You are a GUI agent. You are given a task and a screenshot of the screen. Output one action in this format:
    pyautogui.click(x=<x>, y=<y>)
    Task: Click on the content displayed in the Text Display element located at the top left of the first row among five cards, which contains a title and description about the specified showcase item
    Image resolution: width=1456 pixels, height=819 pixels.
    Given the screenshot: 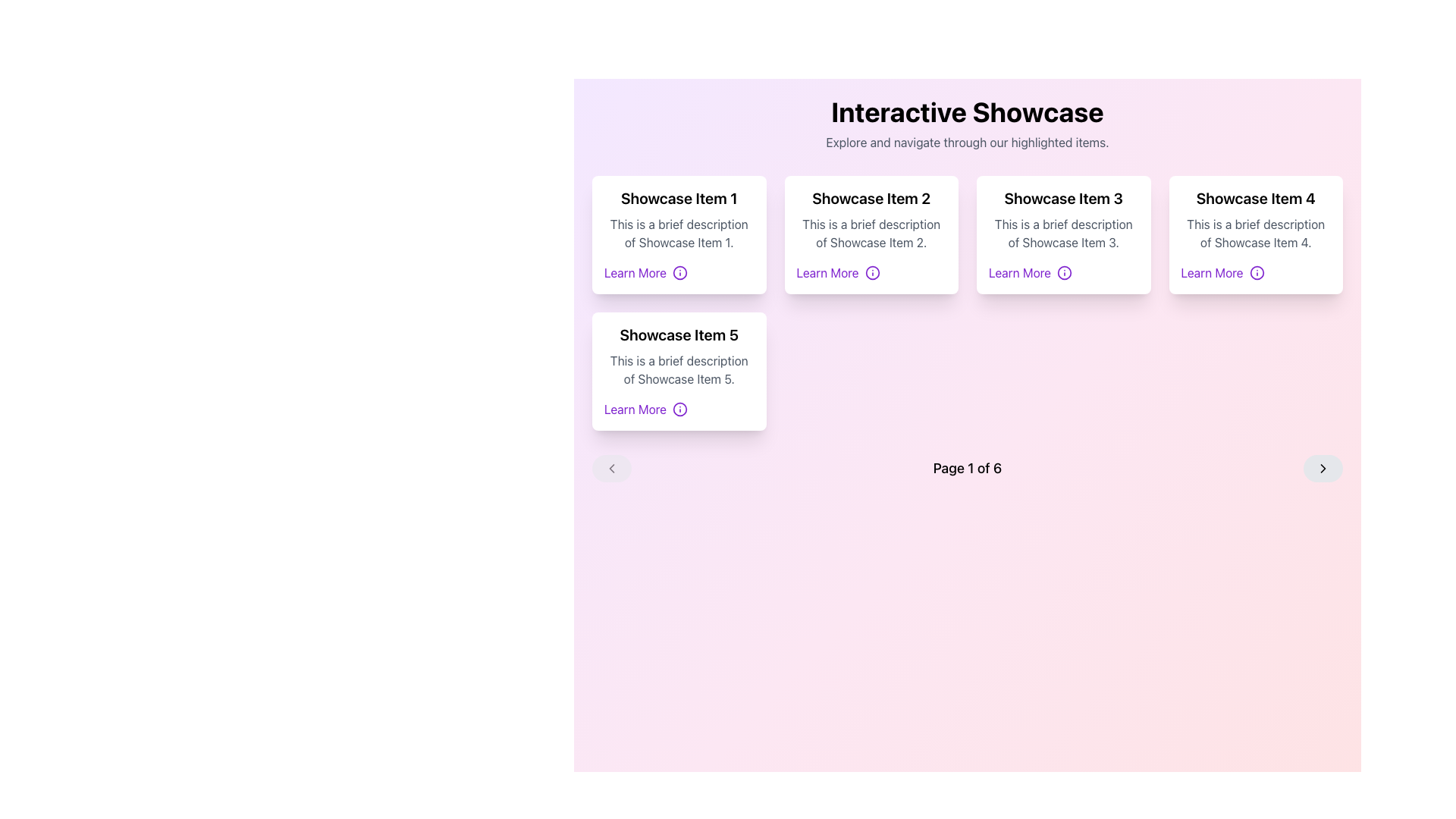 What is the action you would take?
    pyautogui.click(x=678, y=219)
    